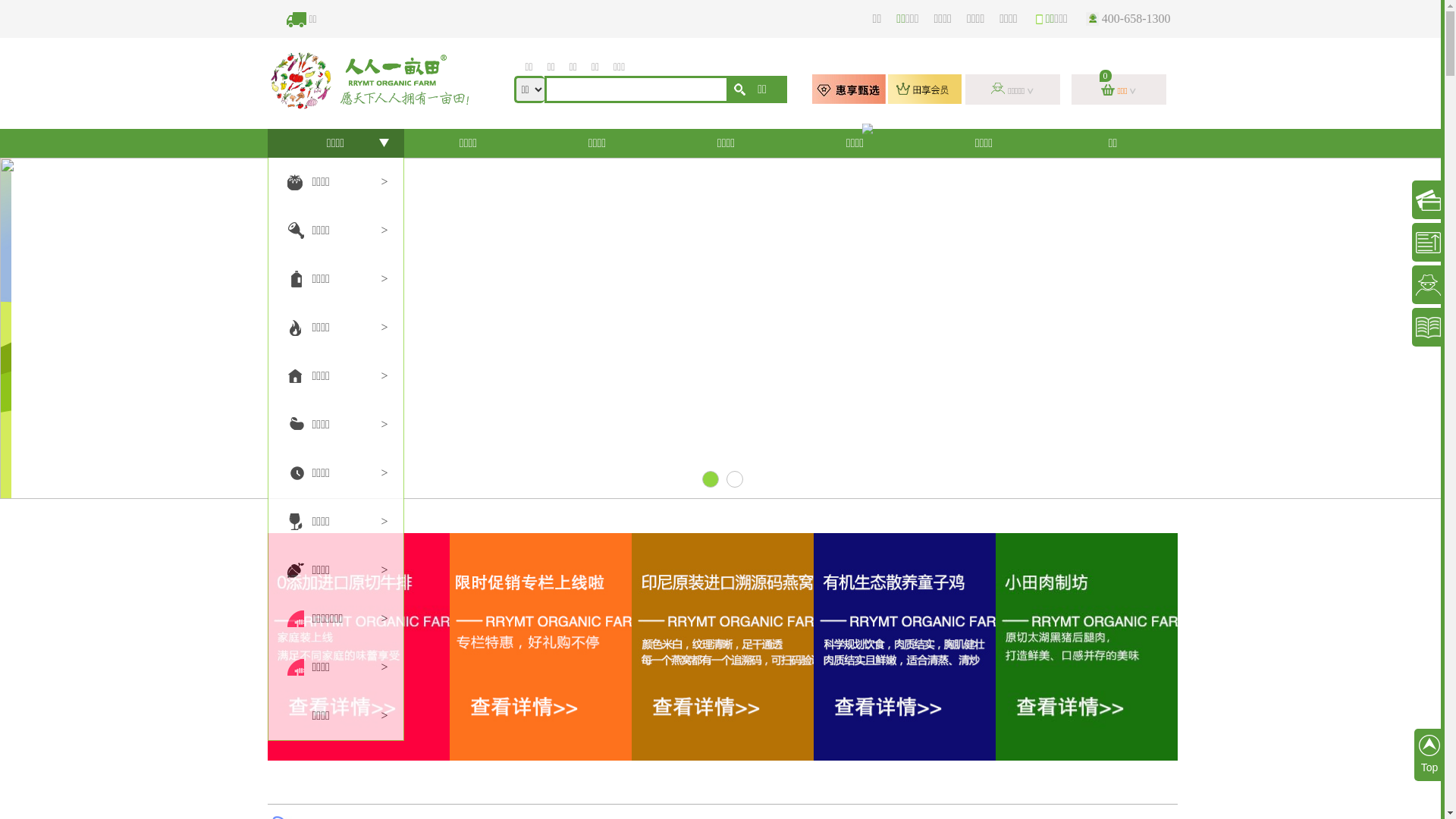 Image resolution: width=1456 pixels, height=819 pixels. Describe the element at coordinates (726, 479) in the screenshot. I see `'2'` at that location.